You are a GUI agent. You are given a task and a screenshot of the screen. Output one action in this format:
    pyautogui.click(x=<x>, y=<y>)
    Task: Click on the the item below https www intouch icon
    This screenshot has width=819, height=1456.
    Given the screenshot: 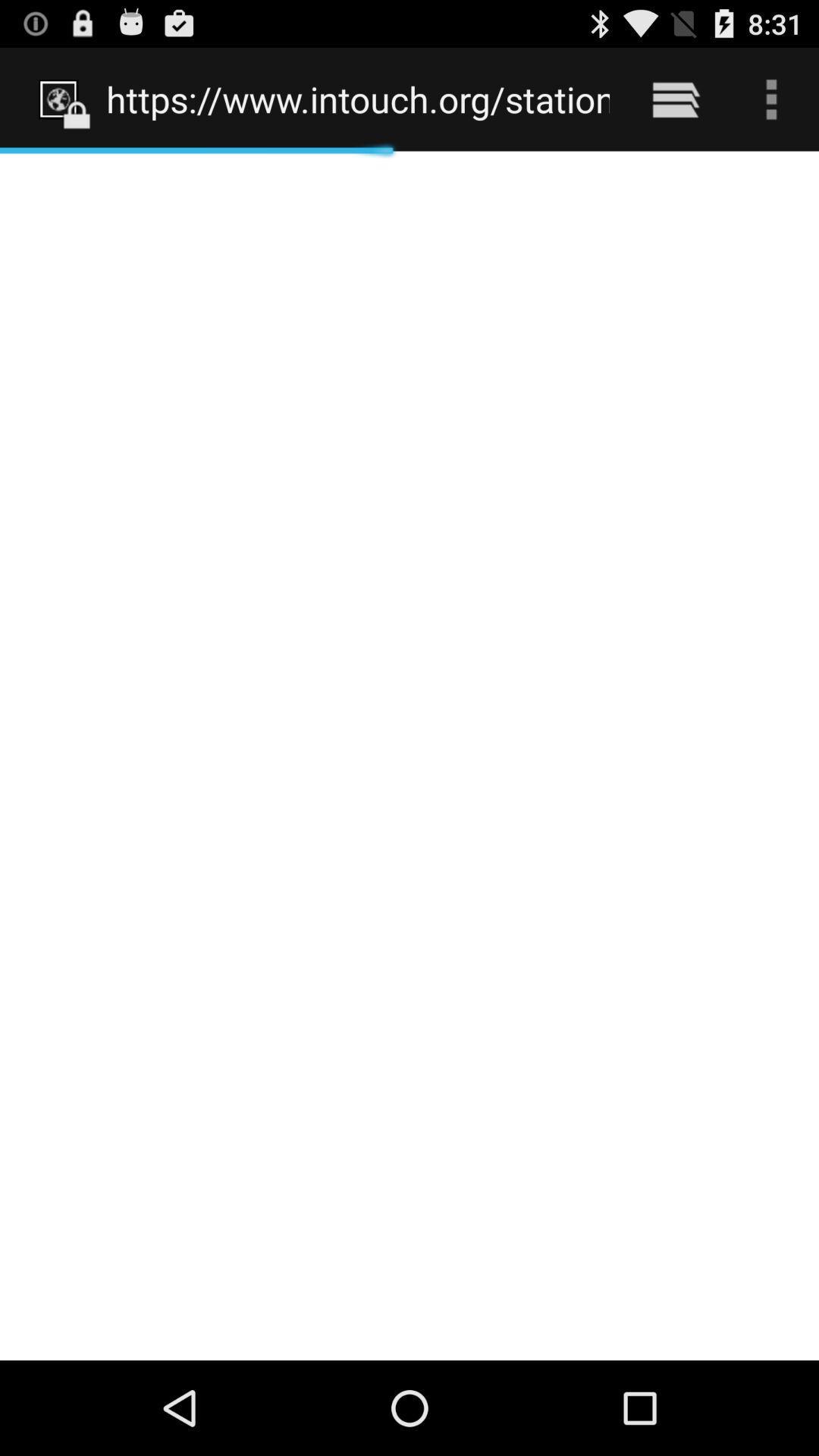 What is the action you would take?
    pyautogui.click(x=409, y=755)
    